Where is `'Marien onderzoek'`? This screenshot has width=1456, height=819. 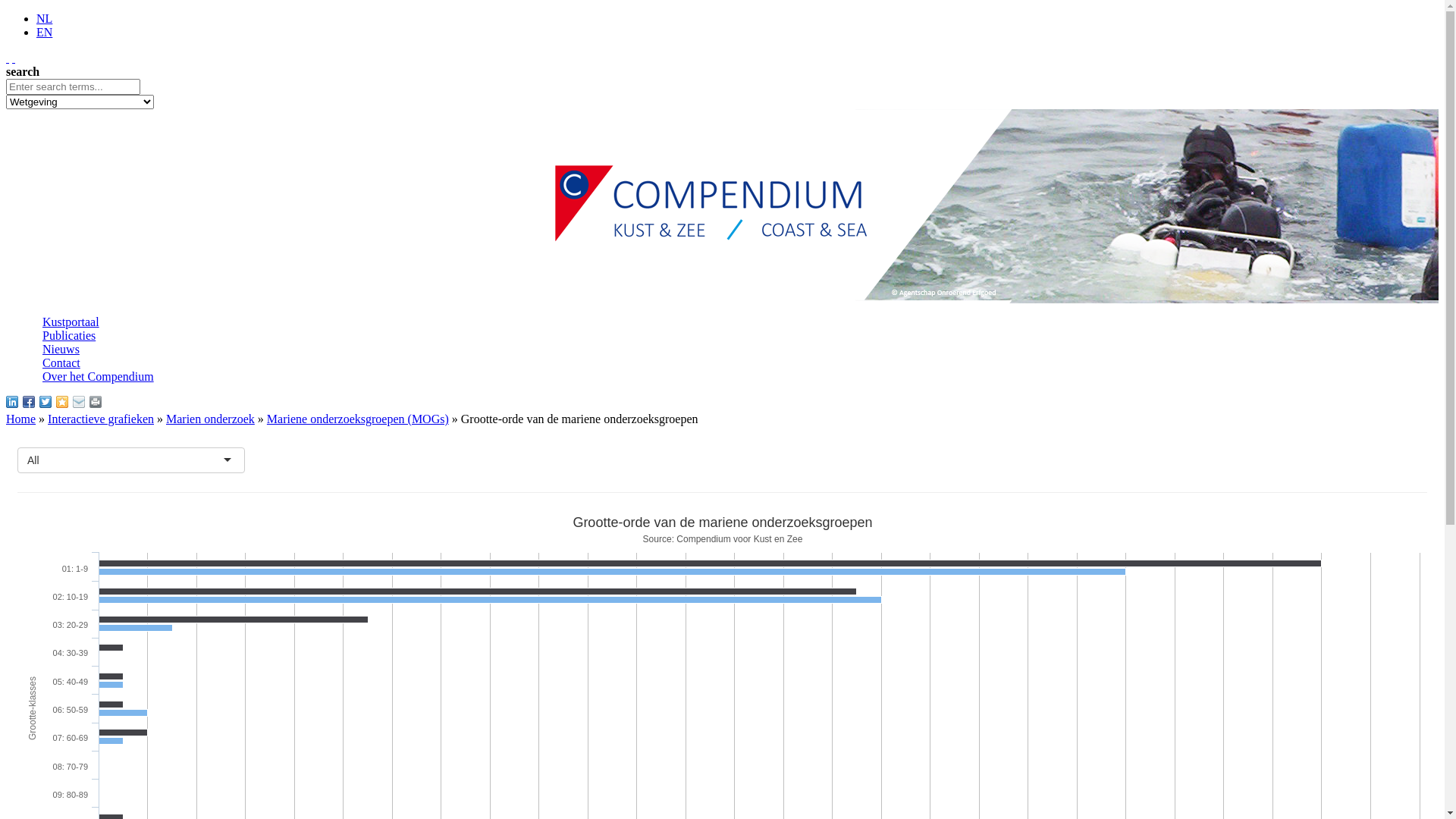
'Marien onderzoek' is located at coordinates (209, 419).